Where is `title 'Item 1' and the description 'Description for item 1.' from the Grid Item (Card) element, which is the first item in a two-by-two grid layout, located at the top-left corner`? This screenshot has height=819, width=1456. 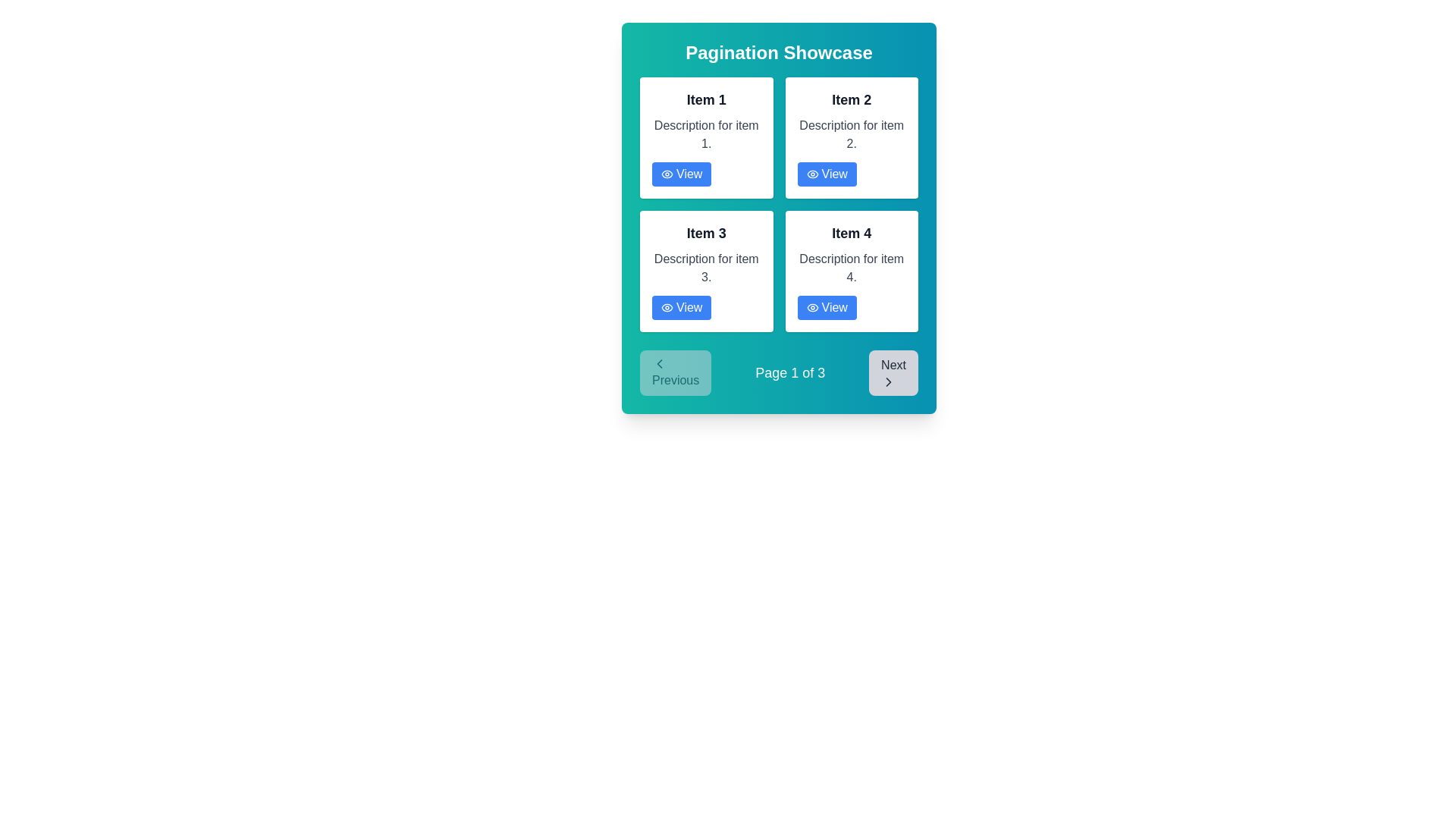
title 'Item 1' and the description 'Description for item 1.' from the Grid Item (Card) element, which is the first item in a two-by-two grid layout, located at the top-left corner is located at coordinates (705, 137).